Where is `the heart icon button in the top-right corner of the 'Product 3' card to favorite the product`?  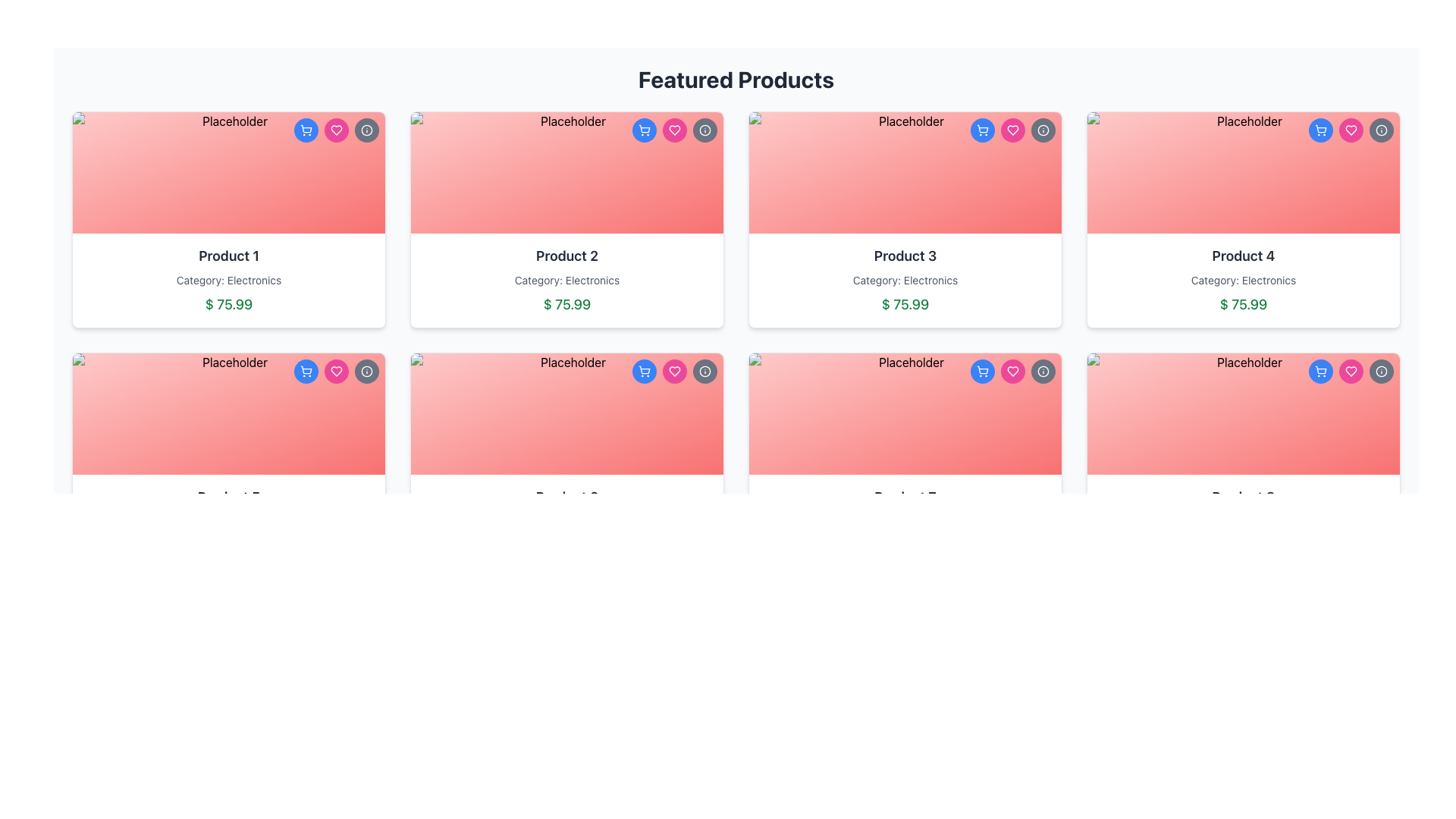
the heart icon button in the top-right corner of the 'Product 3' card to favorite the product is located at coordinates (1012, 371).